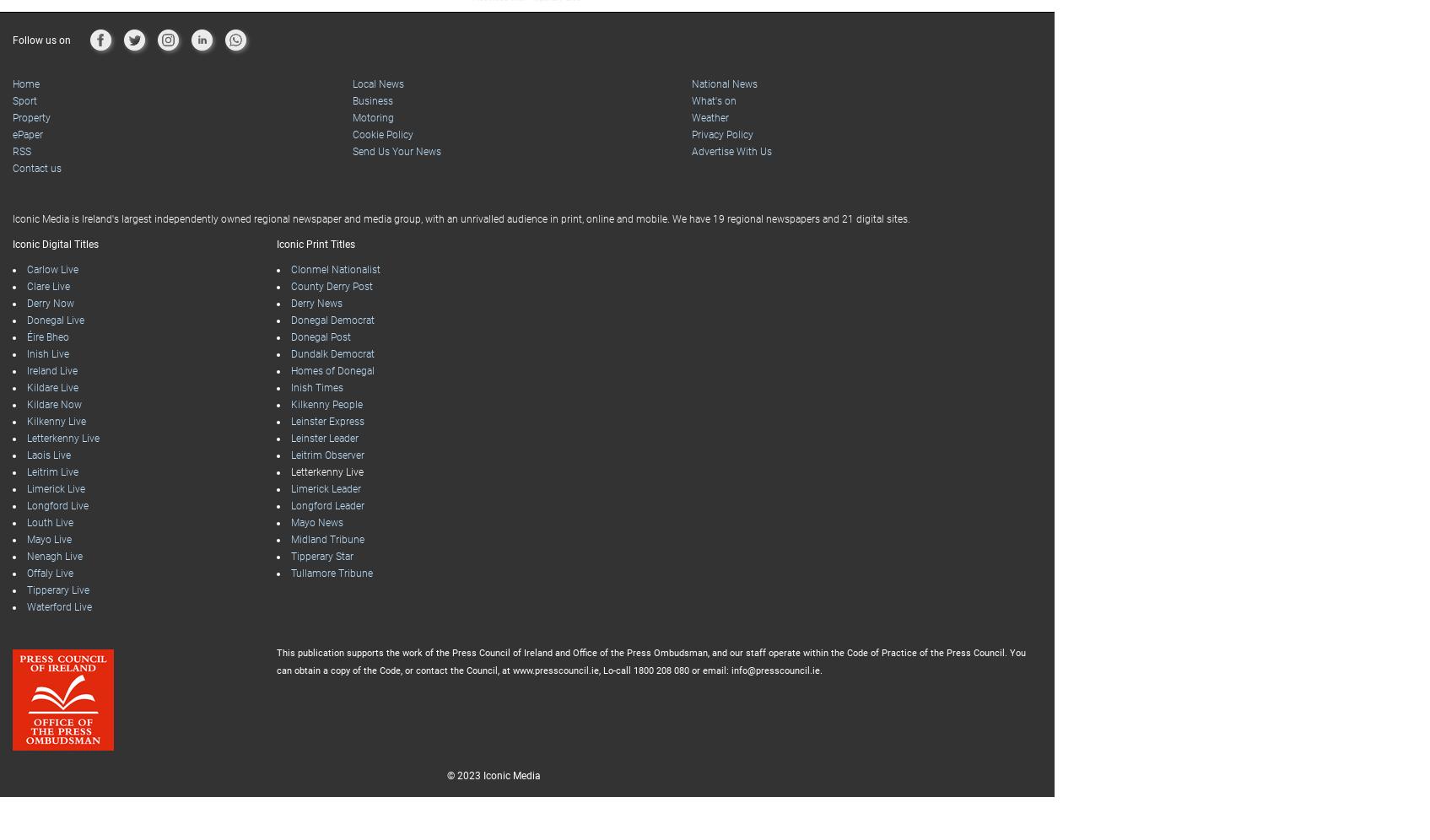 The height and width of the screenshot is (840, 1430). What do you see at coordinates (48, 287) in the screenshot?
I see `'Clare Live'` at bounding box center [48, 287].